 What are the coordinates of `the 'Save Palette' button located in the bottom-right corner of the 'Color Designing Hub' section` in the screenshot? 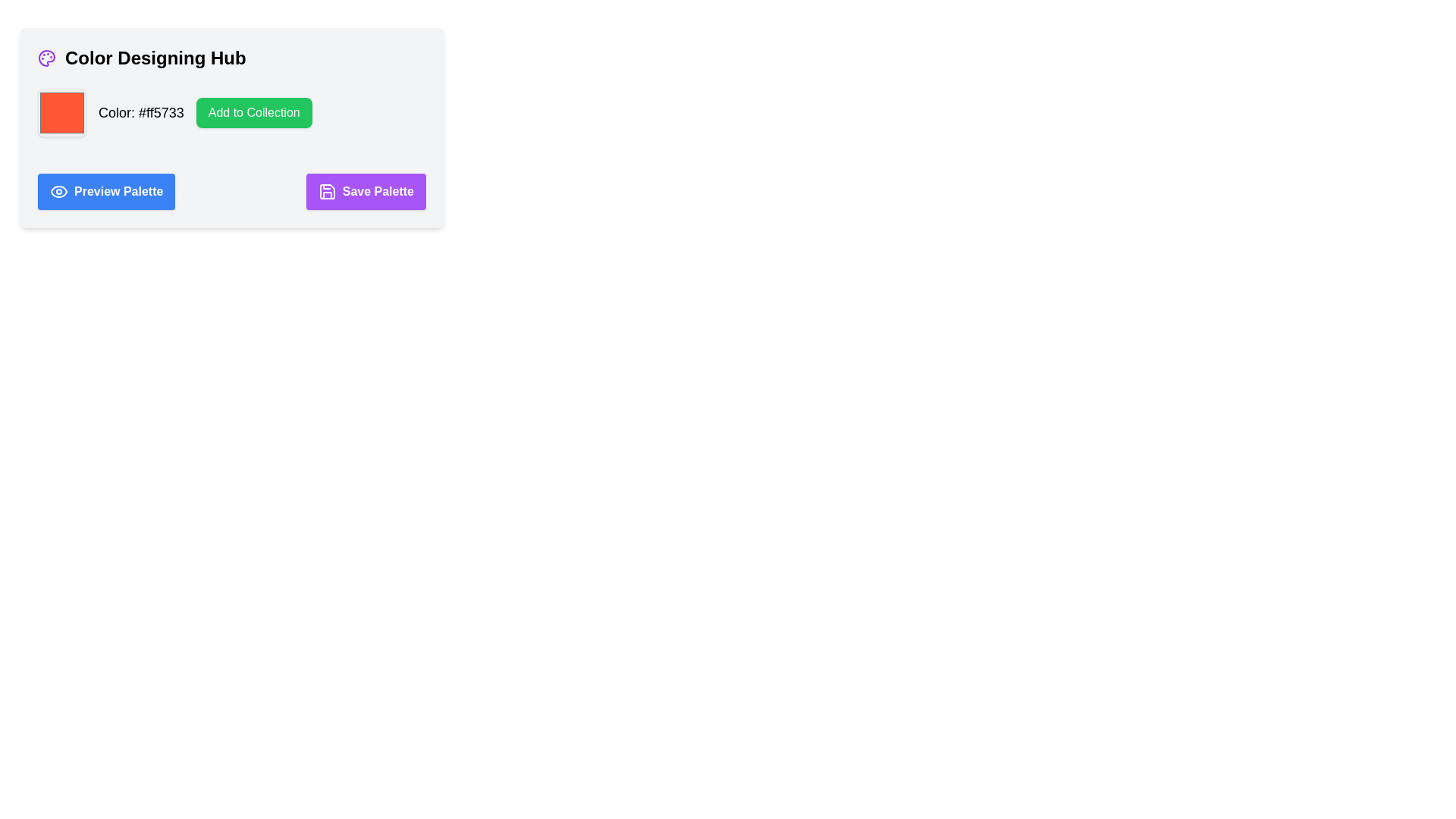 It's located at (366, 191).